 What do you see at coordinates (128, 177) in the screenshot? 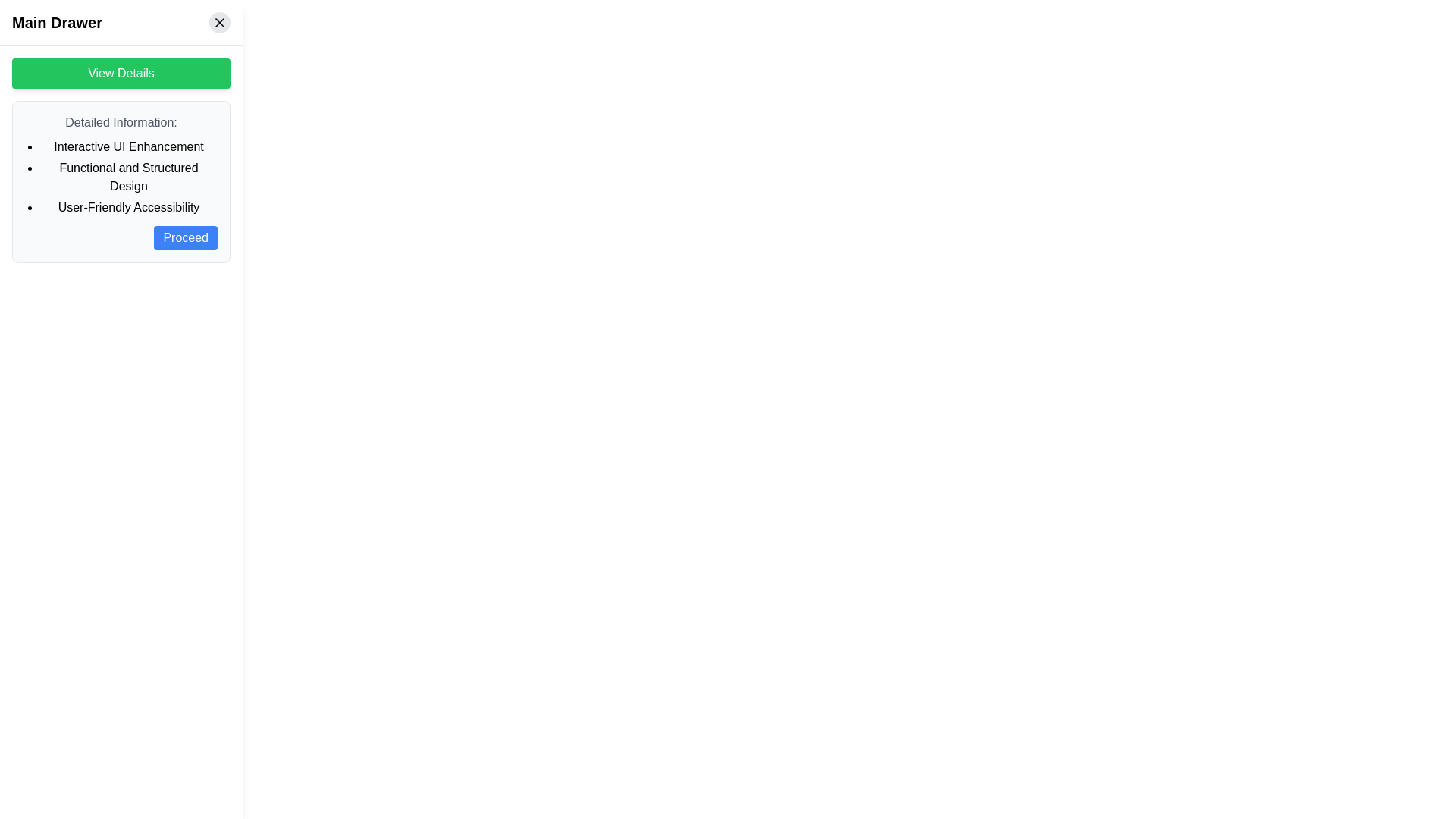
I see `the static text item displaying 'Functional and Structured Design', which is the second item in a bulleted list within the 'Detailed Information' section` at bounding box center [128, 177].